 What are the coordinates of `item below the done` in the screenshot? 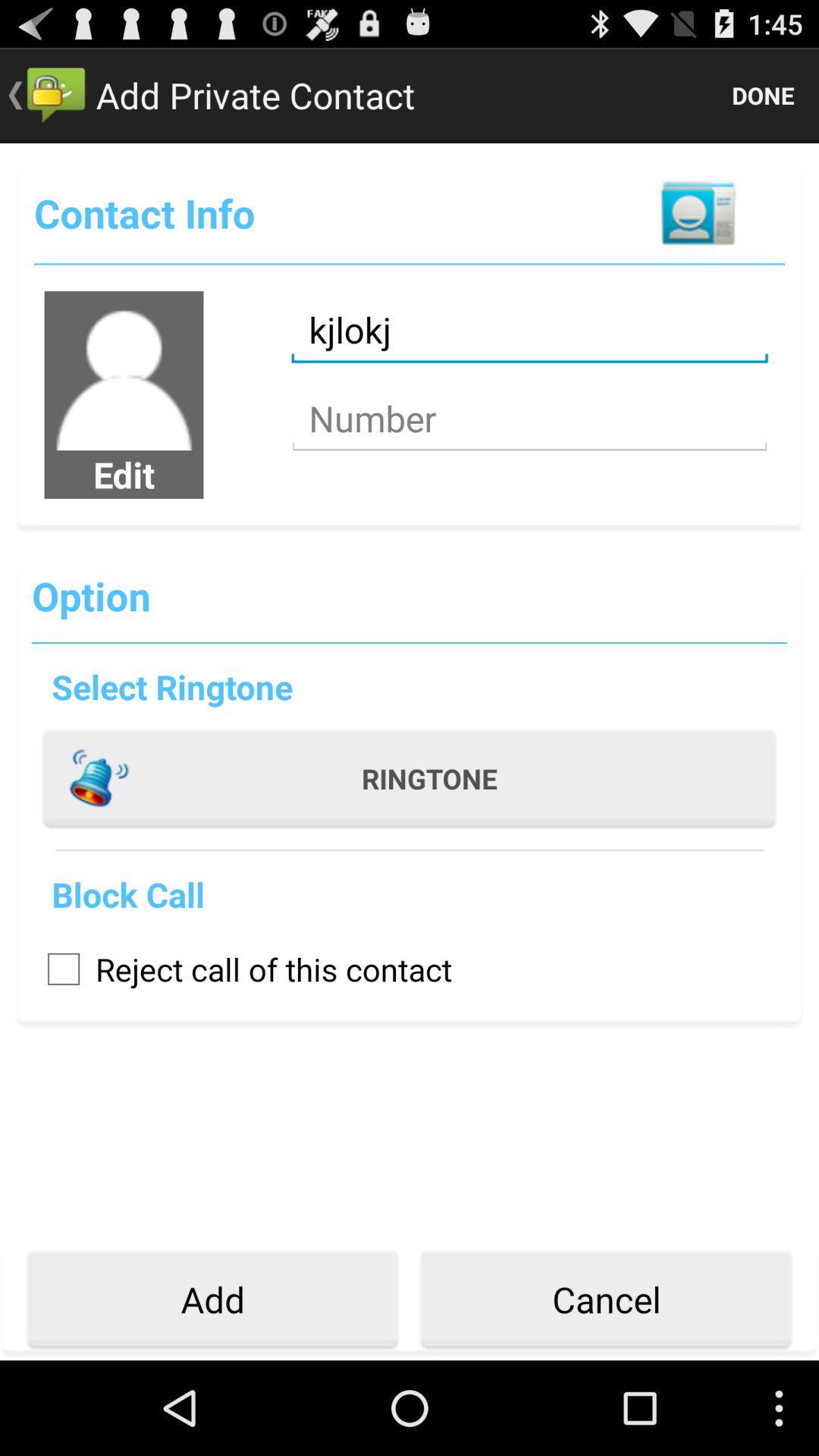 It's located at (698, 212).